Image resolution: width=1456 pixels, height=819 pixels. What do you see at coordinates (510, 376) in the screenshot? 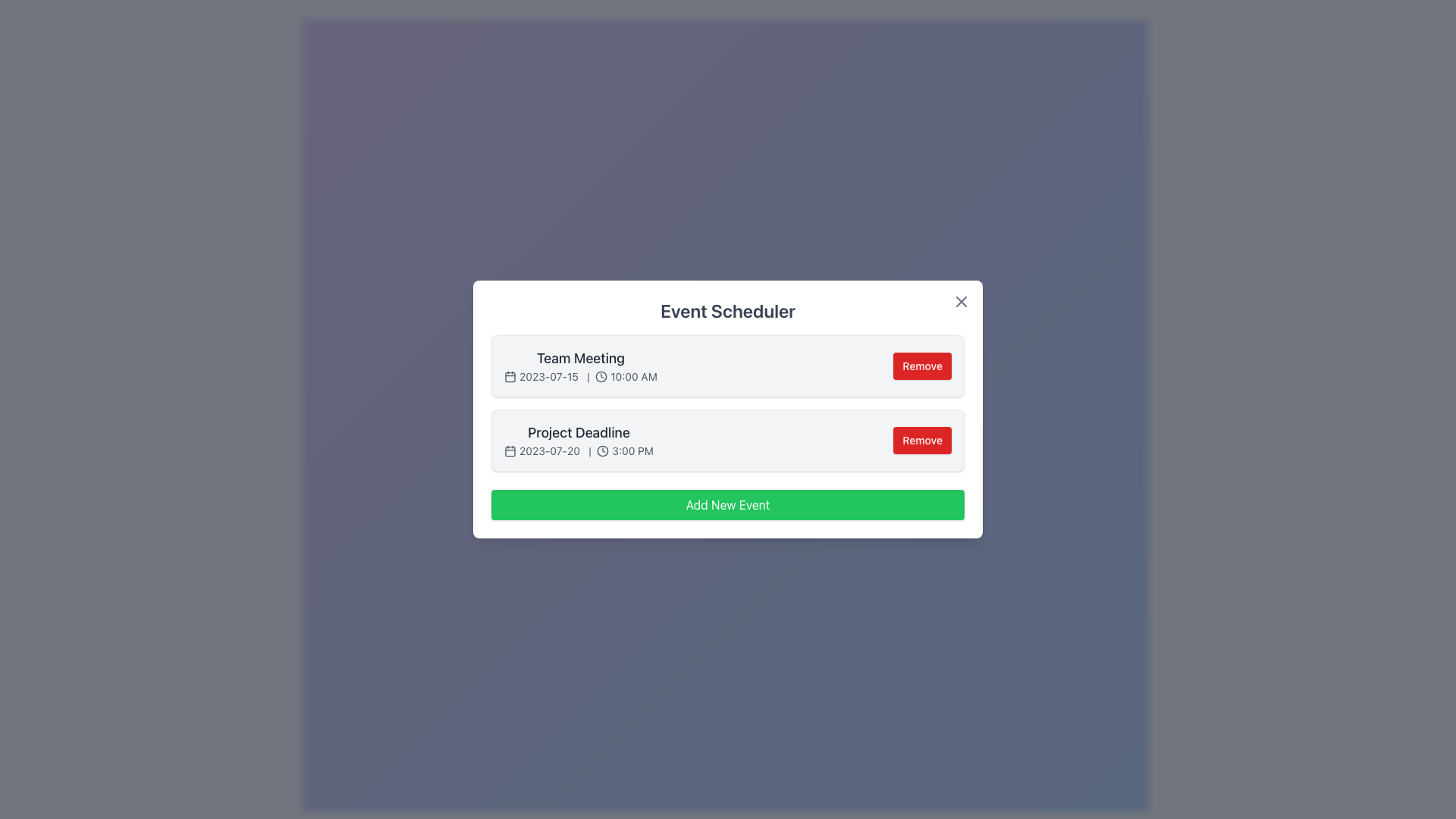
I see `the calendar icon represented by the SVG rectangle, which is located to the left of the date text in the 'Team Meeting' event row` at bounding box center [510, 376].